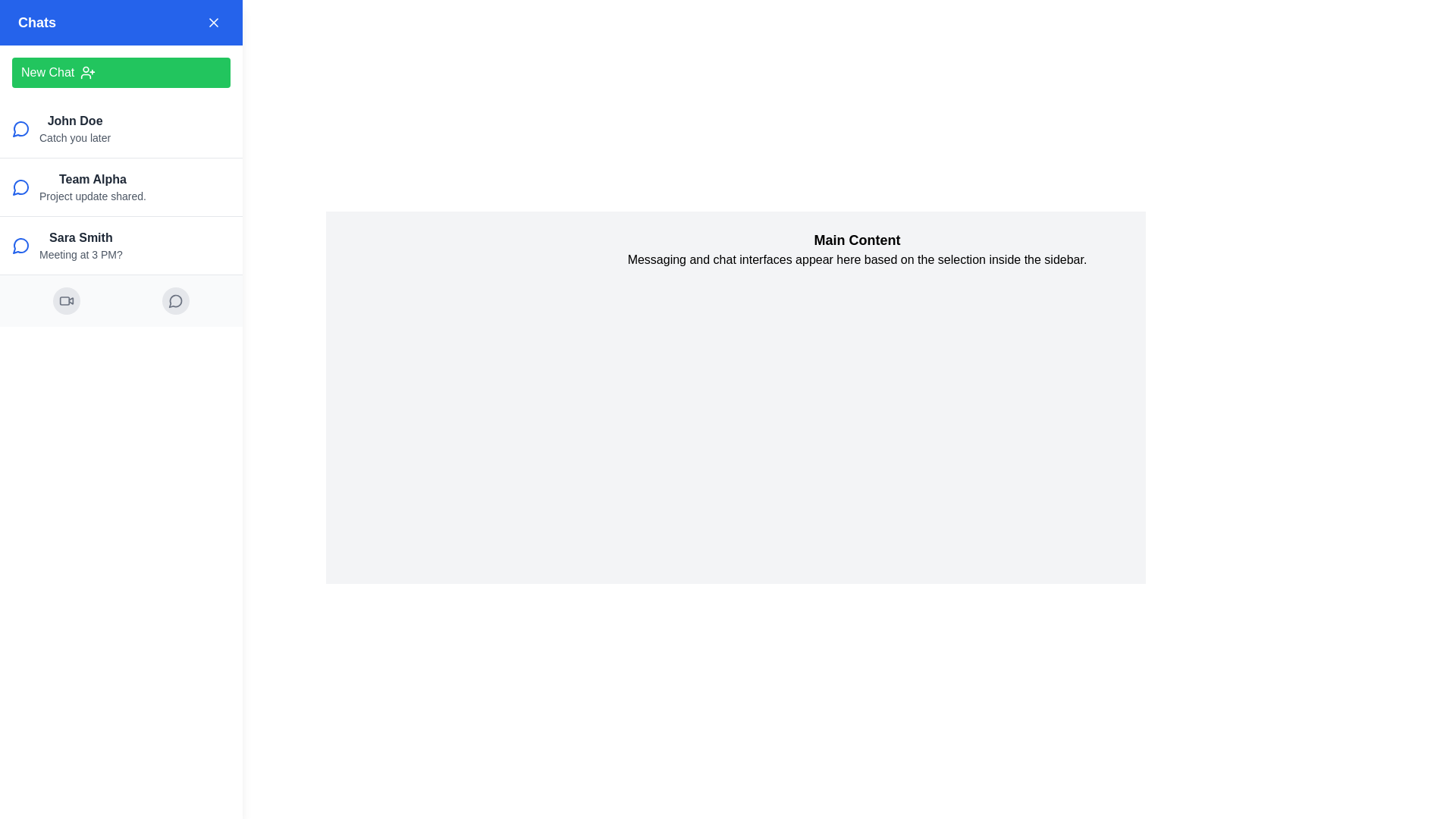 This screenshot has height=819, width=1456. What do you see at coordinates (92, 195) in the screenshot?
I see `the static text component displaying 'Project update shared.' which is styled in a small gray font and located below the 'Team Alpha' heading` at bounding box center [92, 195].